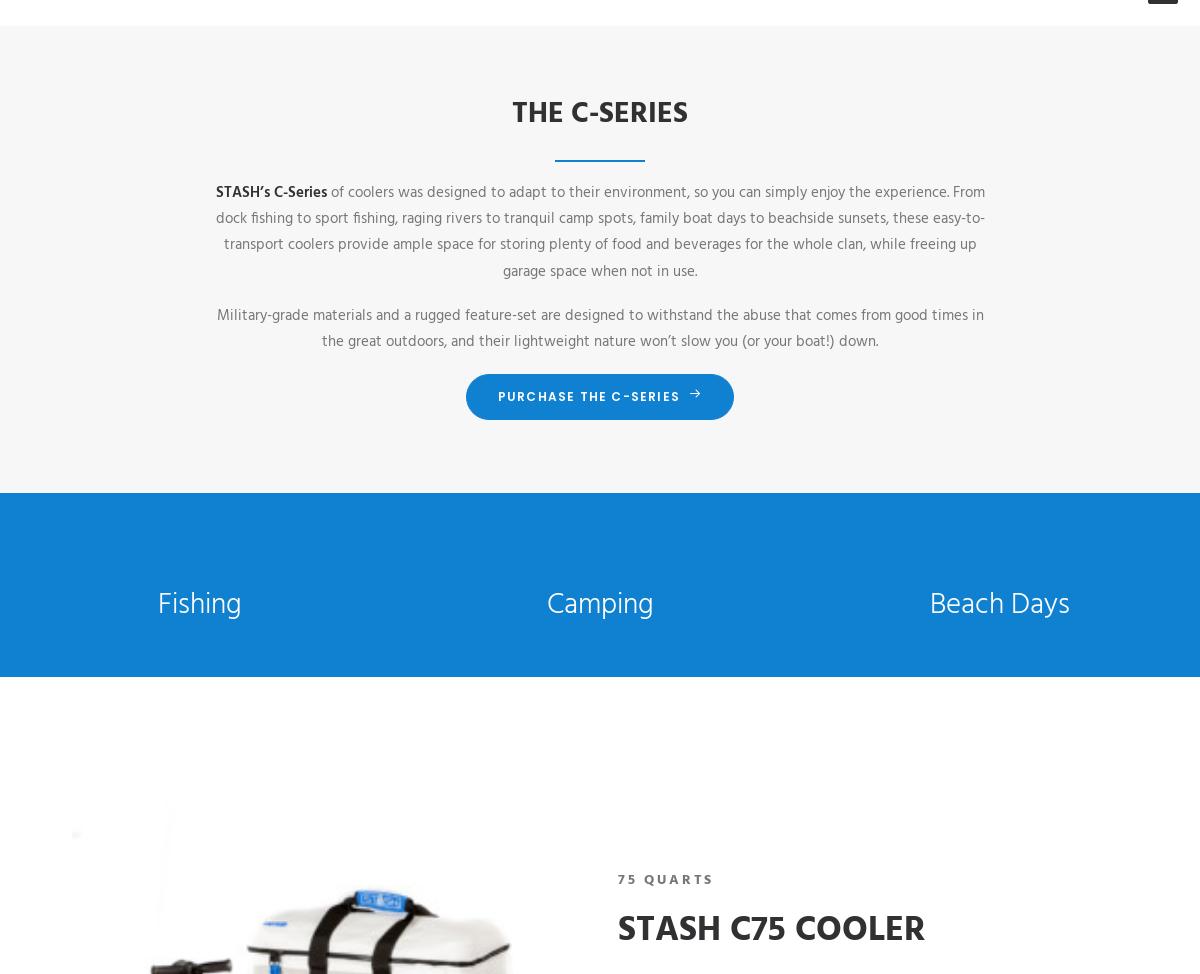 The image size is (1200, 974). Describe the element at coordinates (269, 191) in the screenshot. I see `'STASH’s C-Series'` at that location.